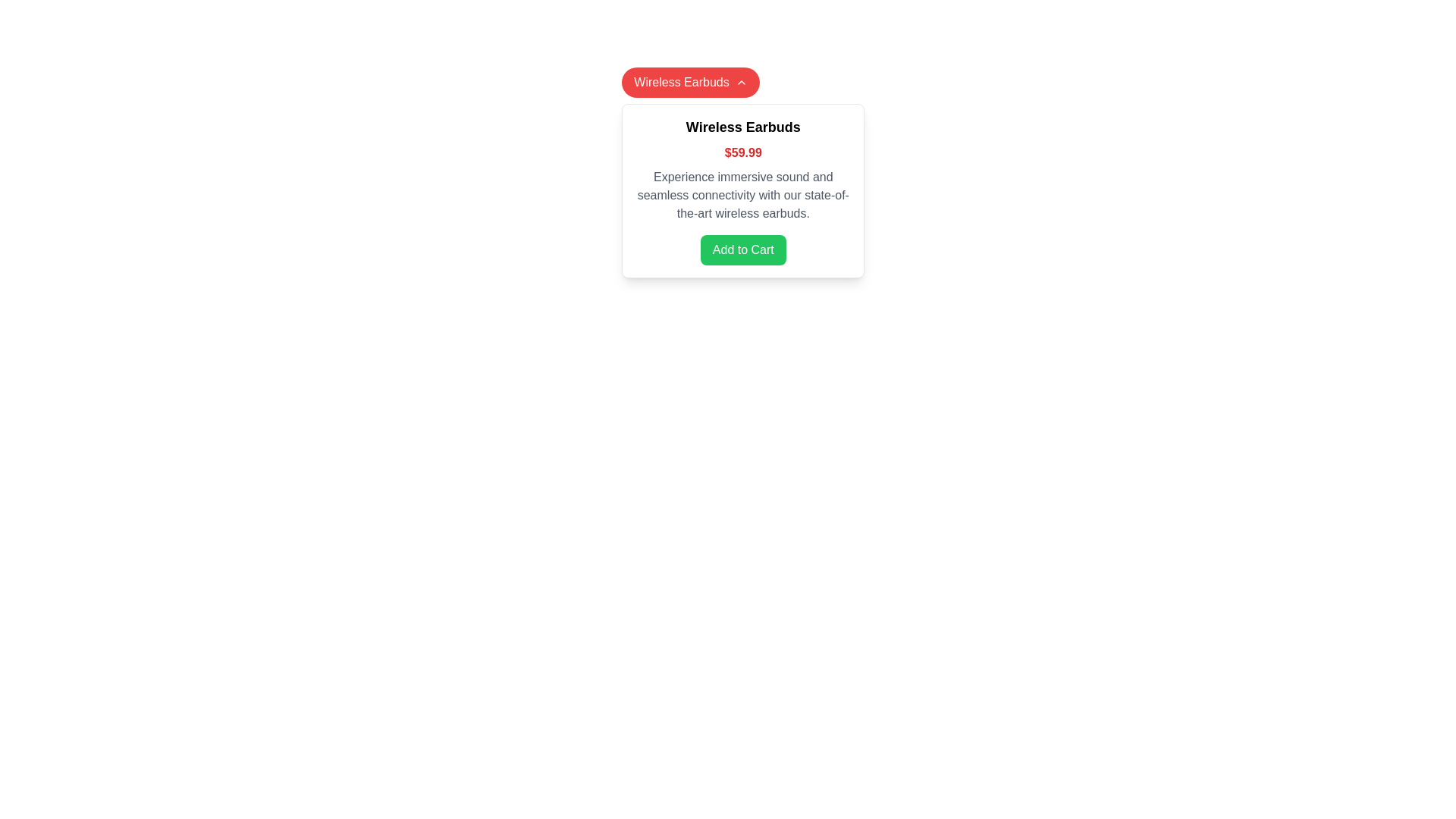  What do you see at coordinates (743, 152) in the screenshot?
I see `the text label displaying '$59.99', which is in bold red font and located centrally within a card below the title 'Wireless Earbuds'` at bounding box center [743, 152].